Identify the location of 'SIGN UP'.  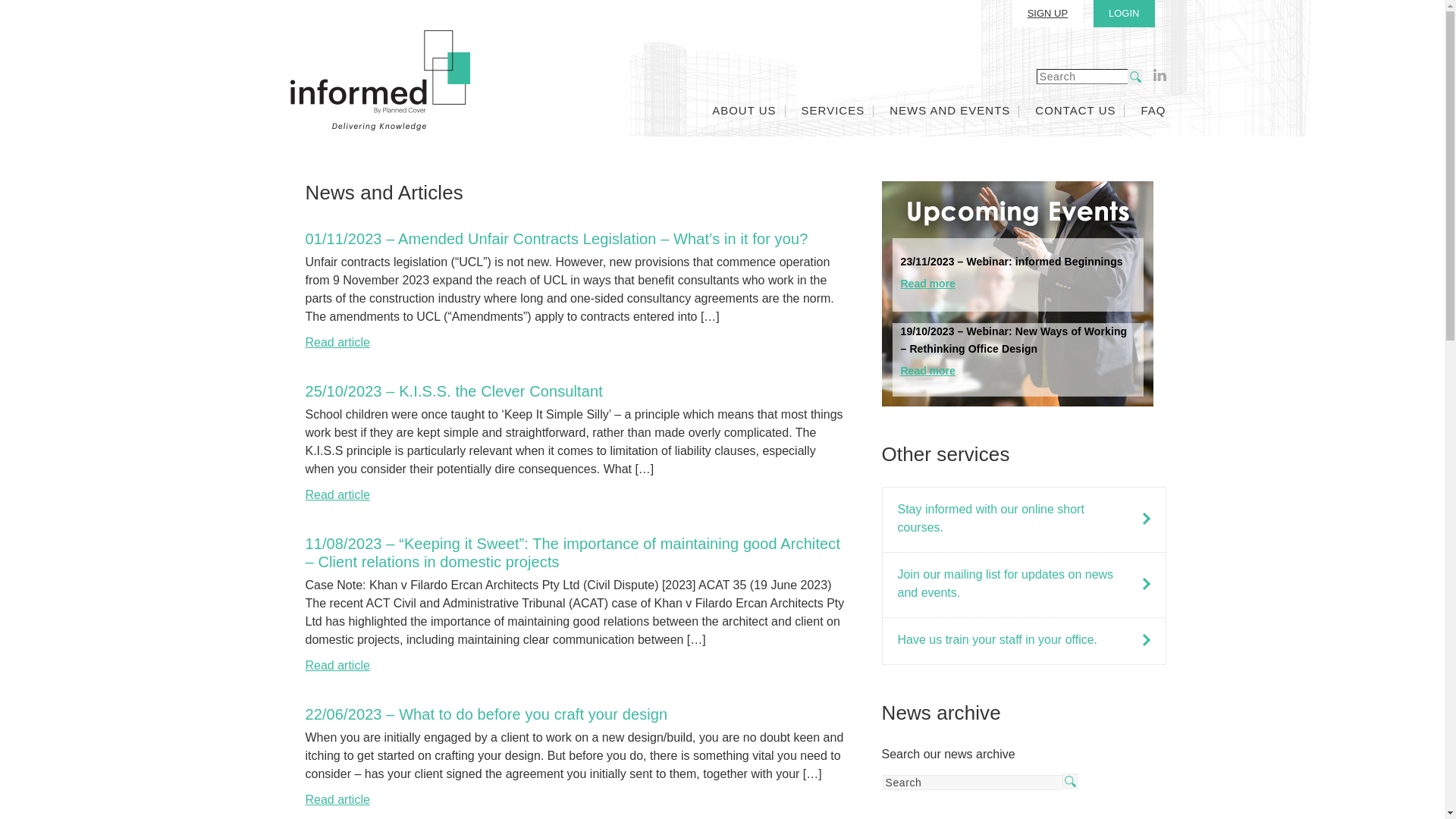
(1012, 14).